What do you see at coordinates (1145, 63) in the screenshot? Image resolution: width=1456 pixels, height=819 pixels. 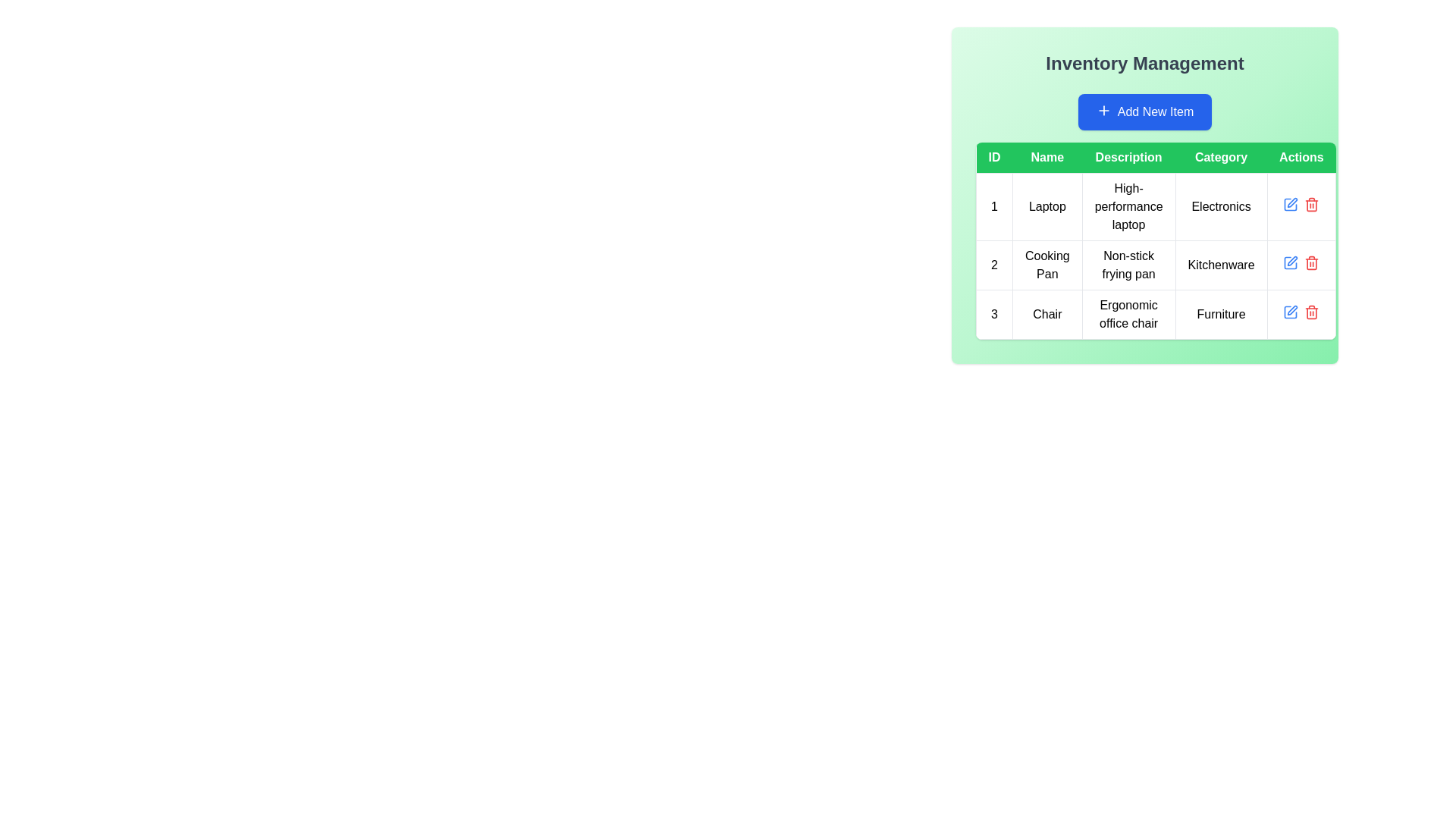 I see `the header text label of the inventory management section to select the text` at bounding box center [1145, 63].